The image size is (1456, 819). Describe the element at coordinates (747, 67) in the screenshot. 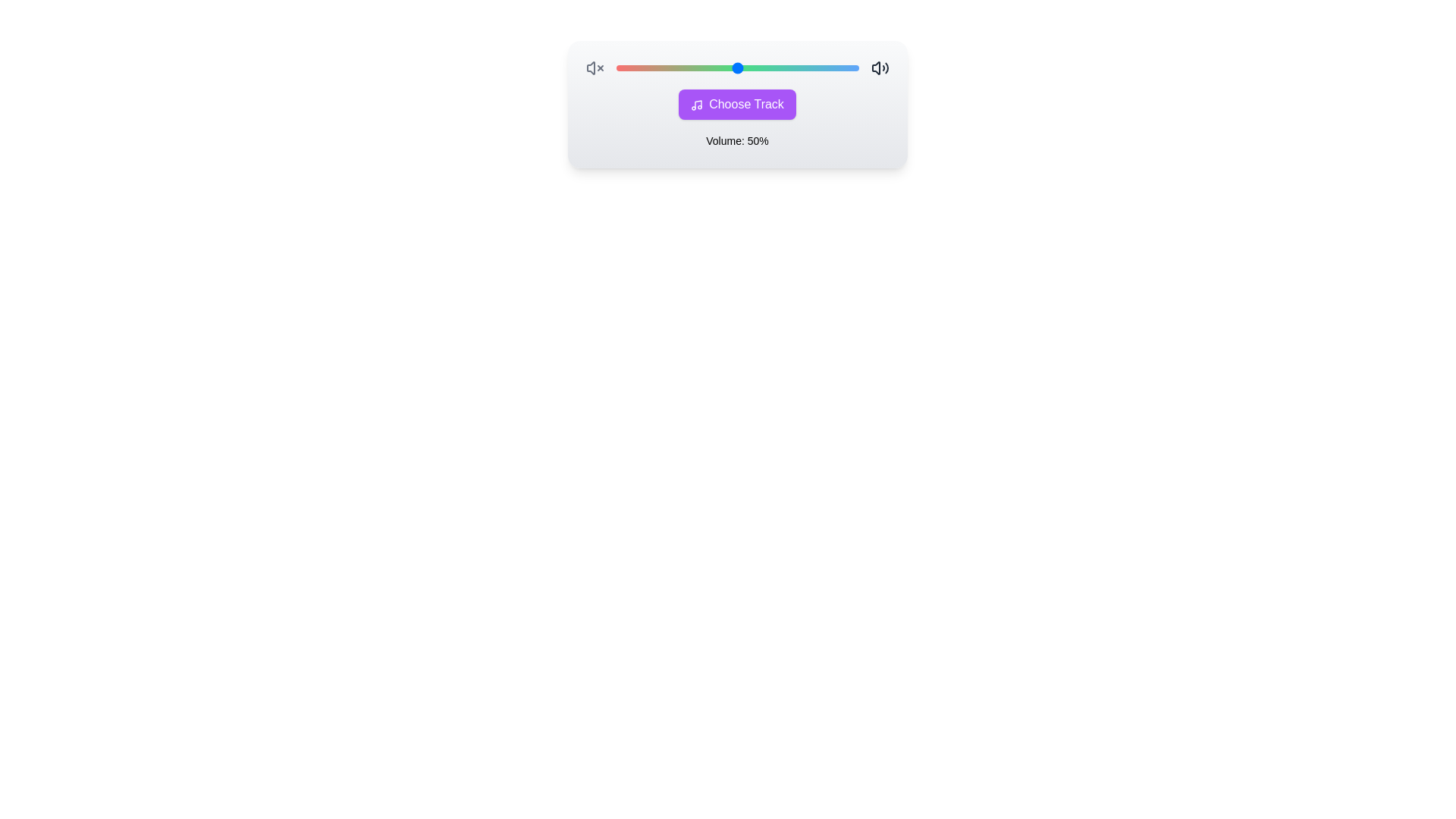

I see `the volume to 54% using the slider` at that location.